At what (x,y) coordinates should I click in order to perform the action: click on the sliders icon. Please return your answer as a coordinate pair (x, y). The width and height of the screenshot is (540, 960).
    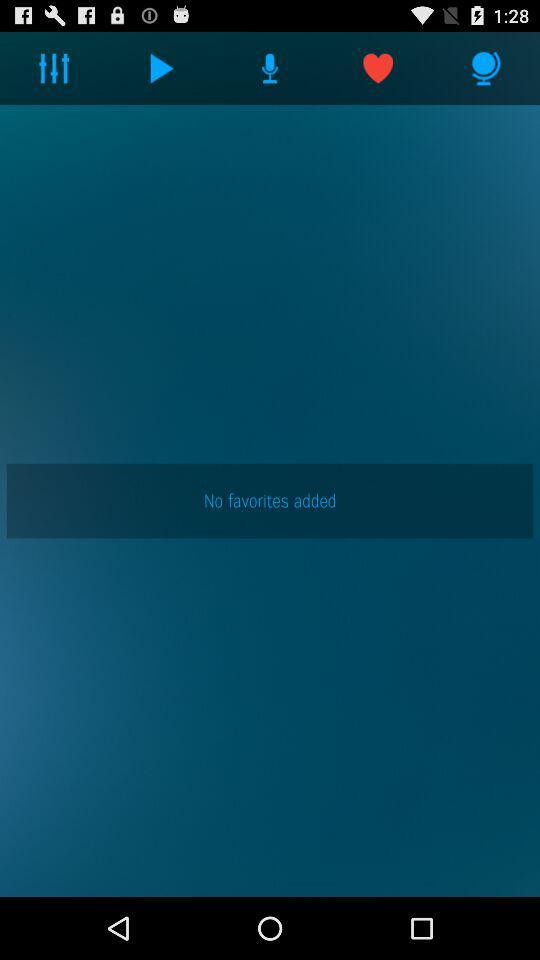
    Looking at the image, I should click on (54, 72).